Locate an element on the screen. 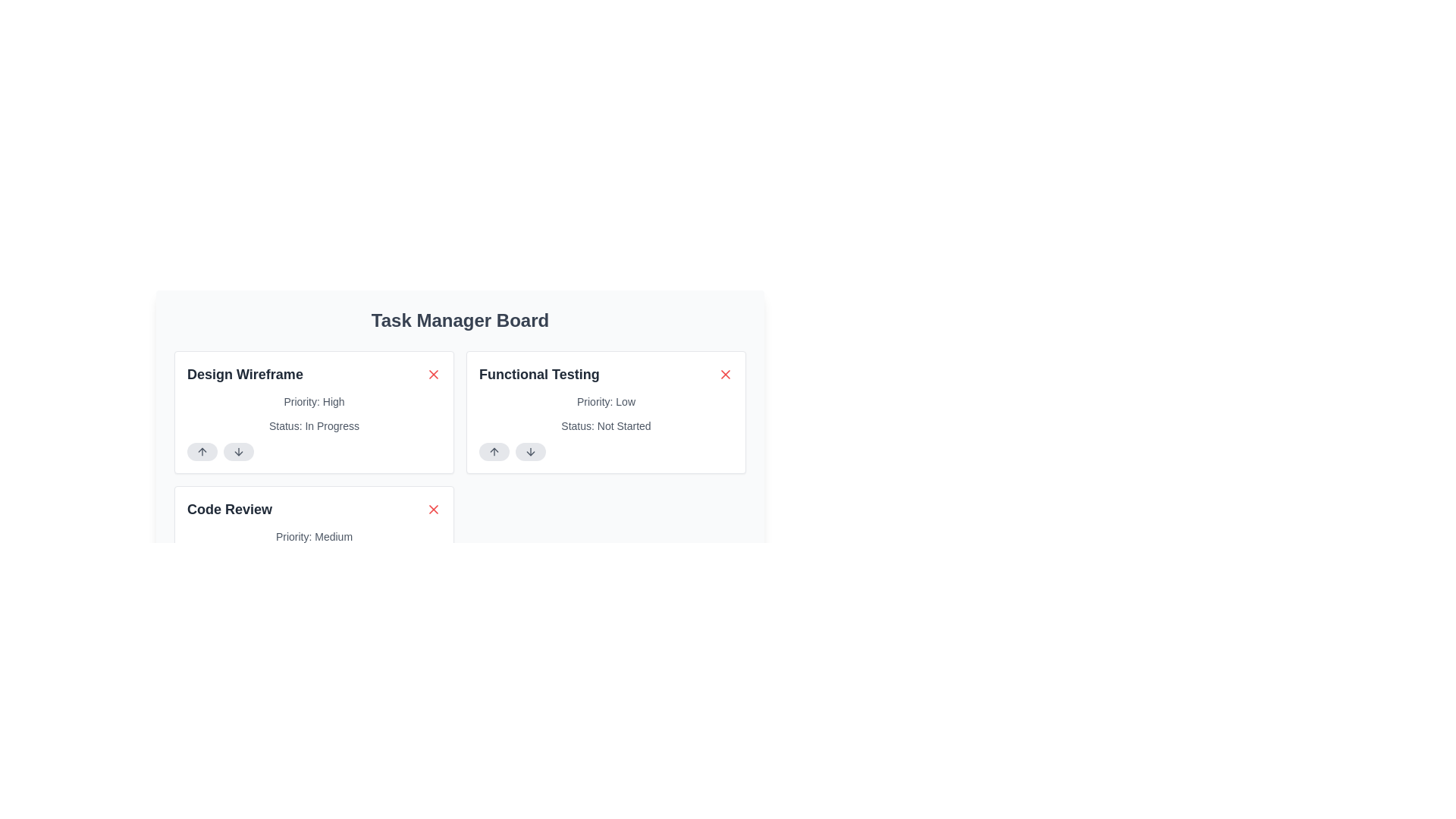  the text 'Functional Testing' in bold, dark gray font located at the top of the task card in the 'Task Manager Board' interface is located at coordinates (605, 374).